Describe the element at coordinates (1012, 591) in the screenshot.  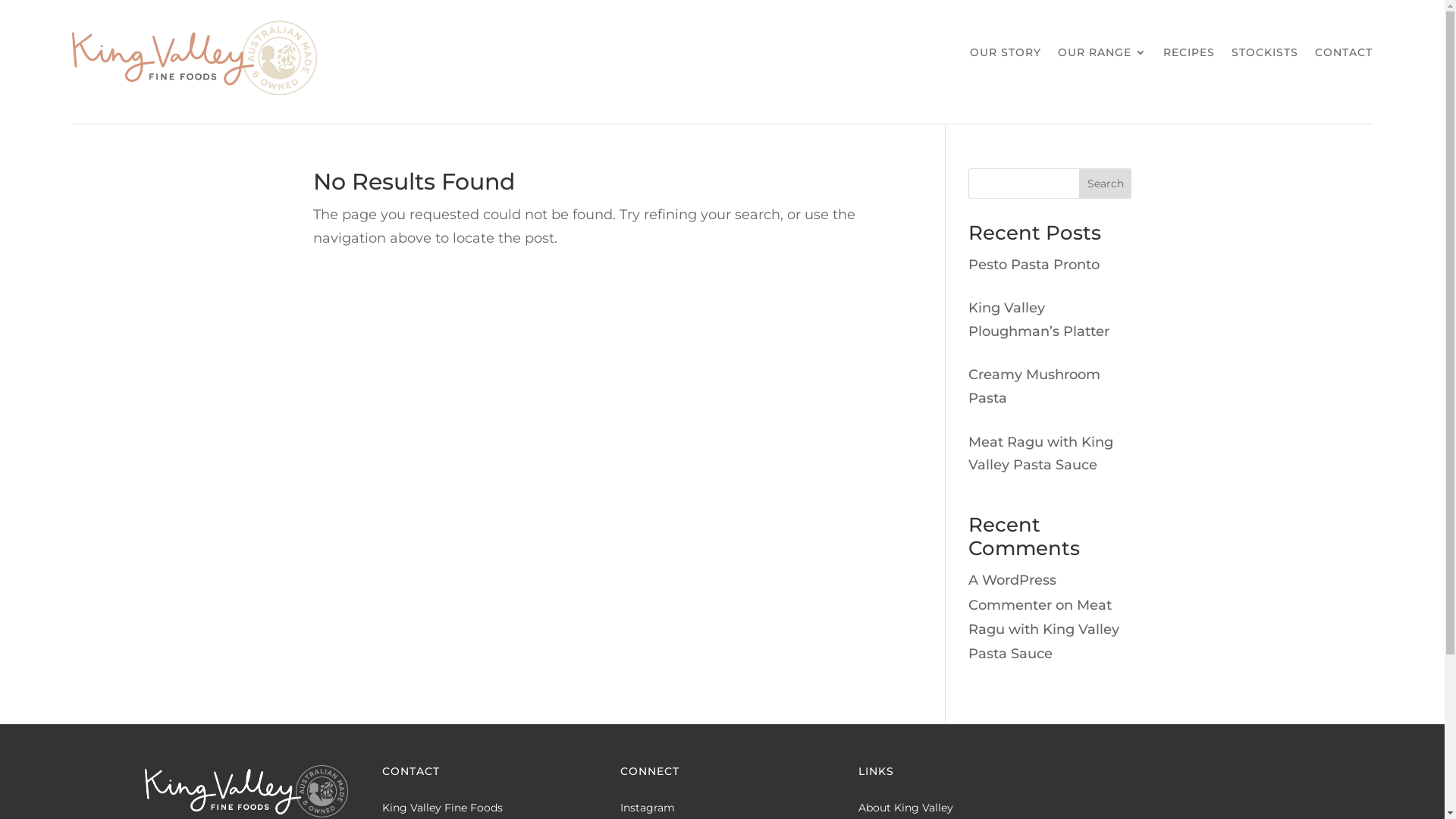
I see `'A WordPress Commenter'` at that location.